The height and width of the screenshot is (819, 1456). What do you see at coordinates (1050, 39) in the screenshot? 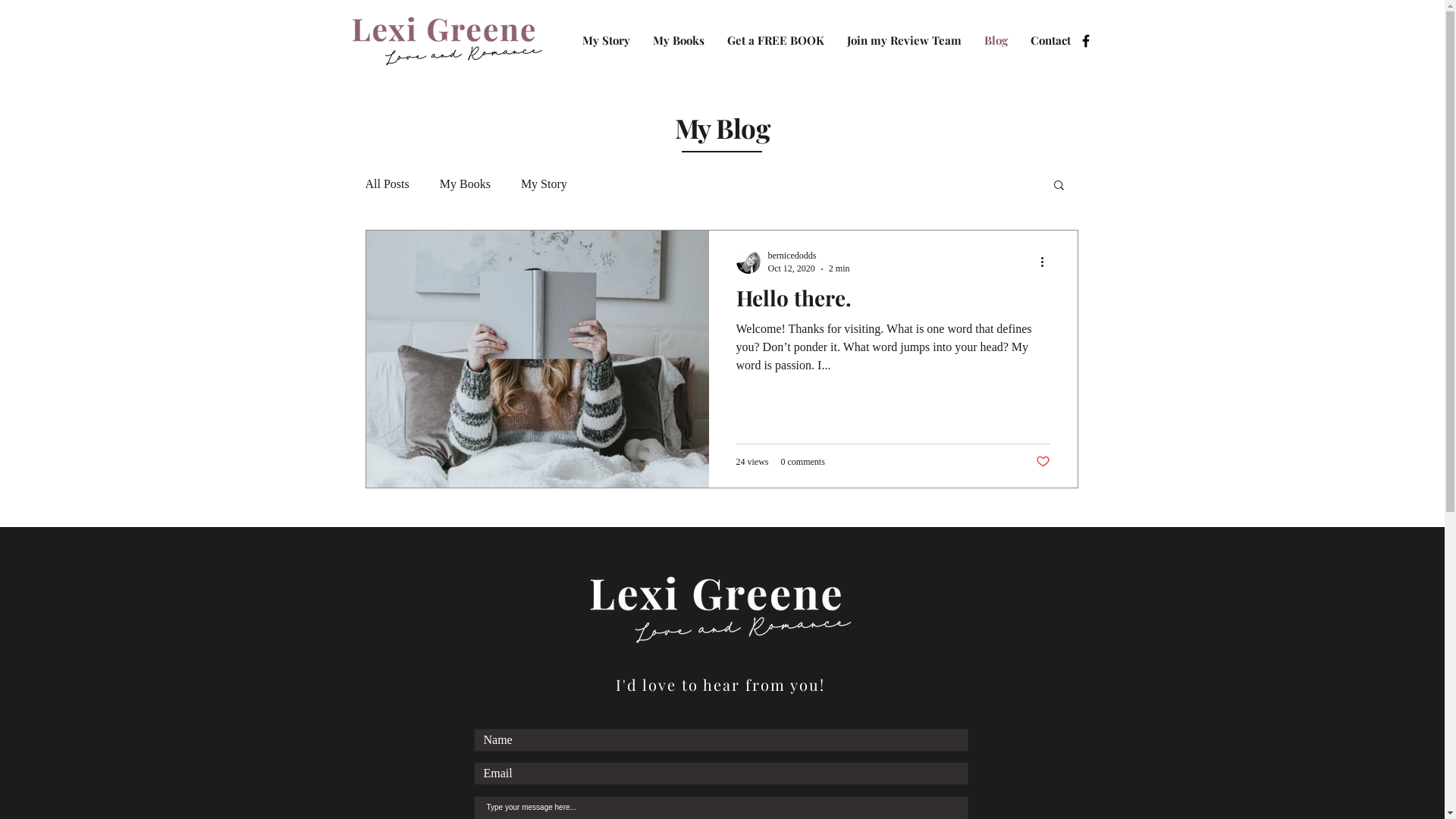
I see `'Contact'` at bounding box center [1050, 39].